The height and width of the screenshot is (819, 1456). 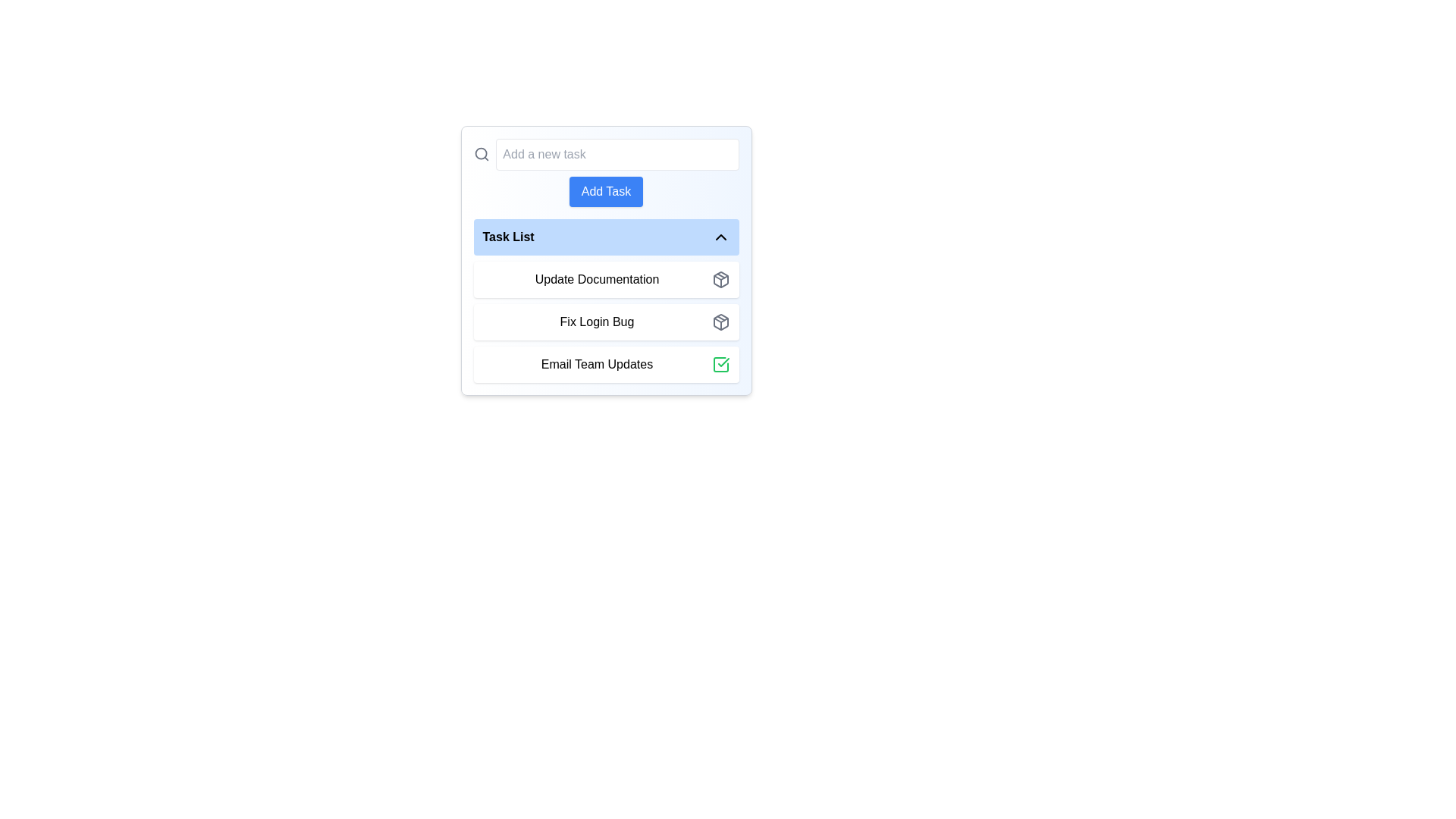 I want to click on text content of the Text Label located at the top-left of the blue rounded-corner box, which indicates the task list section, so click(x=508, y=237).